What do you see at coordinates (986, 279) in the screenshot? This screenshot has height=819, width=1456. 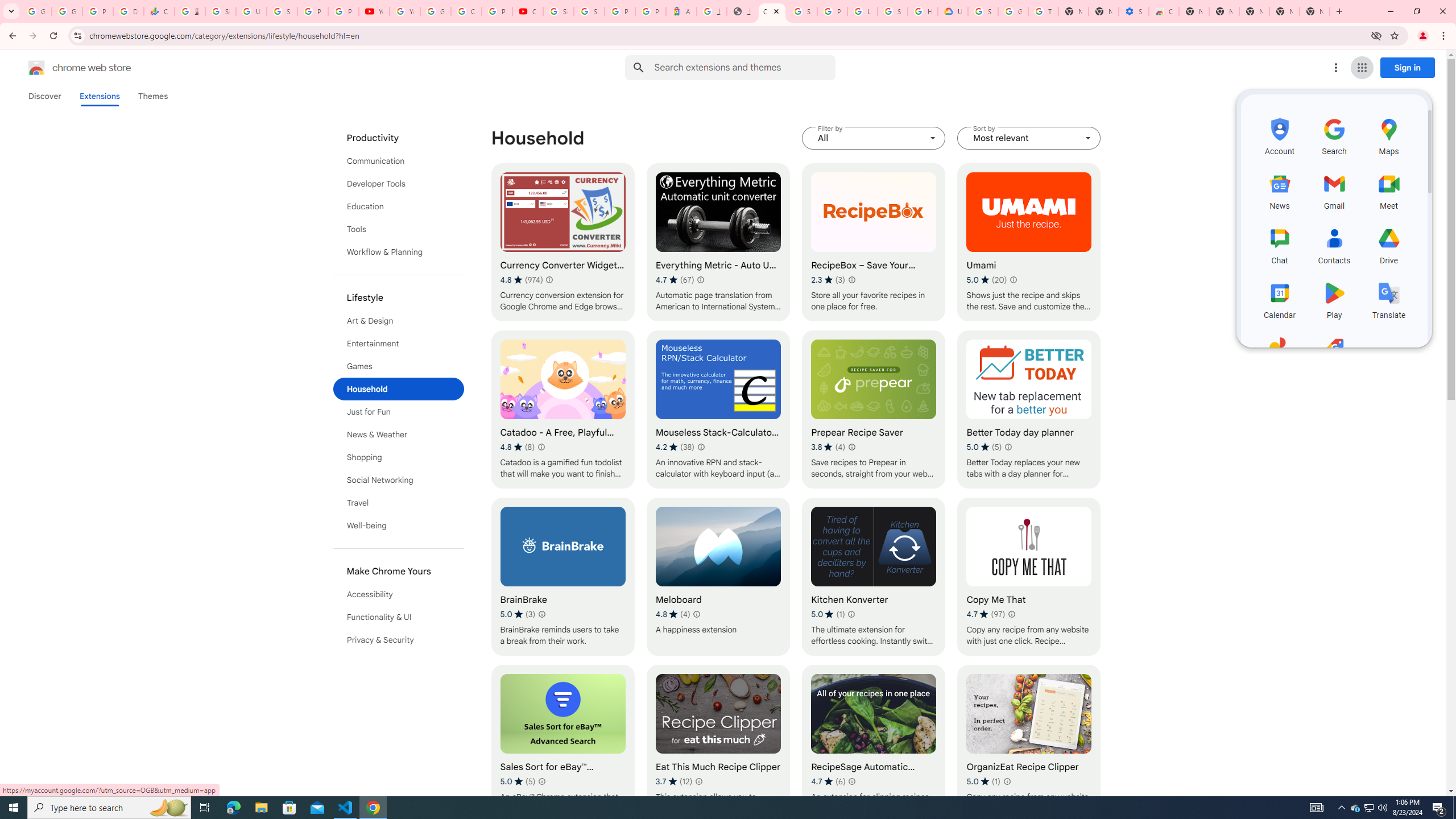 I see `'Average rating 5 out of 5 stars. 20 ratings.'` at bounding box center [986, 279].